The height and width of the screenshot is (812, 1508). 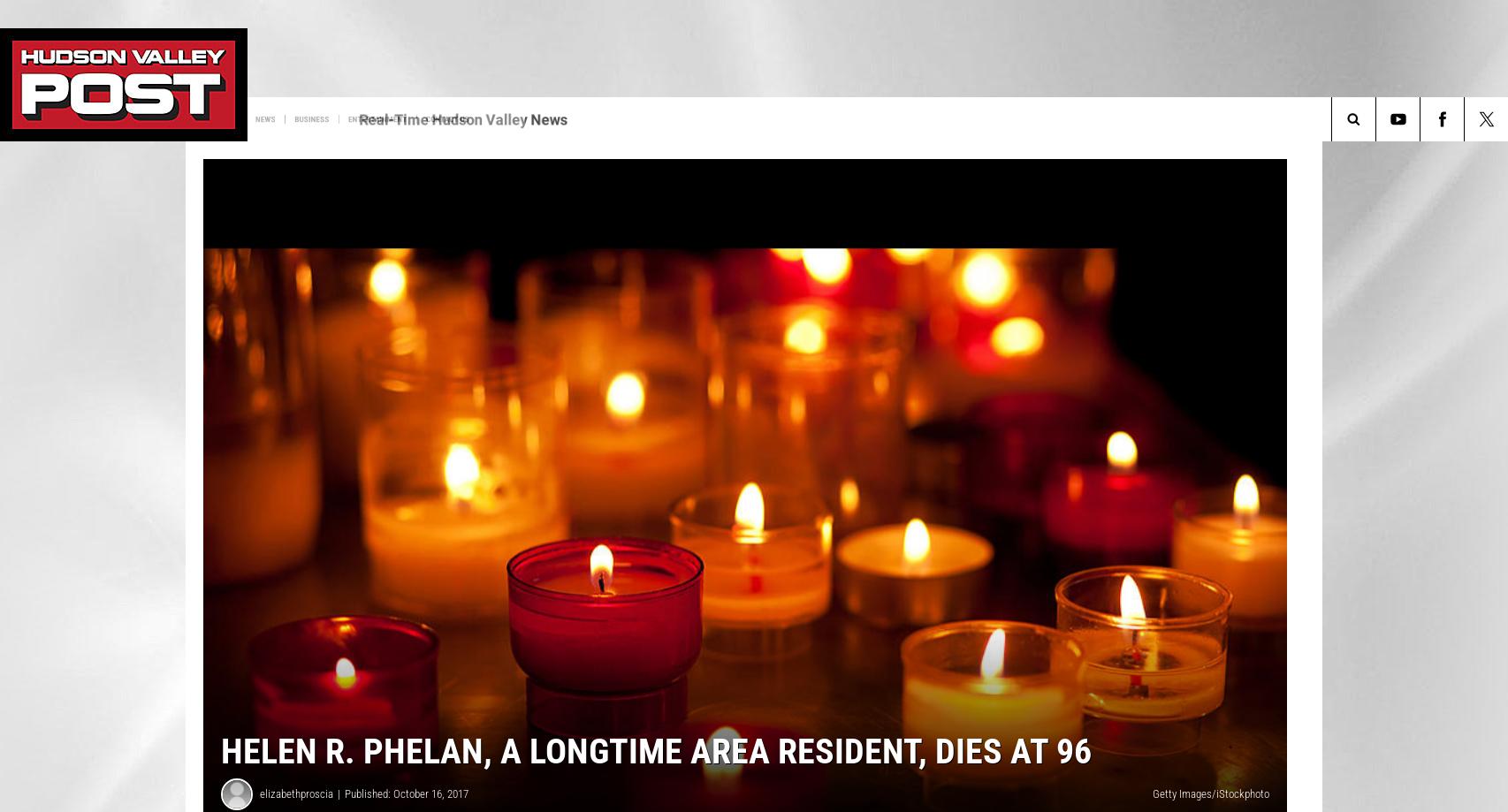 I want to click on 'Contact Us', so click(x=708, y=118).